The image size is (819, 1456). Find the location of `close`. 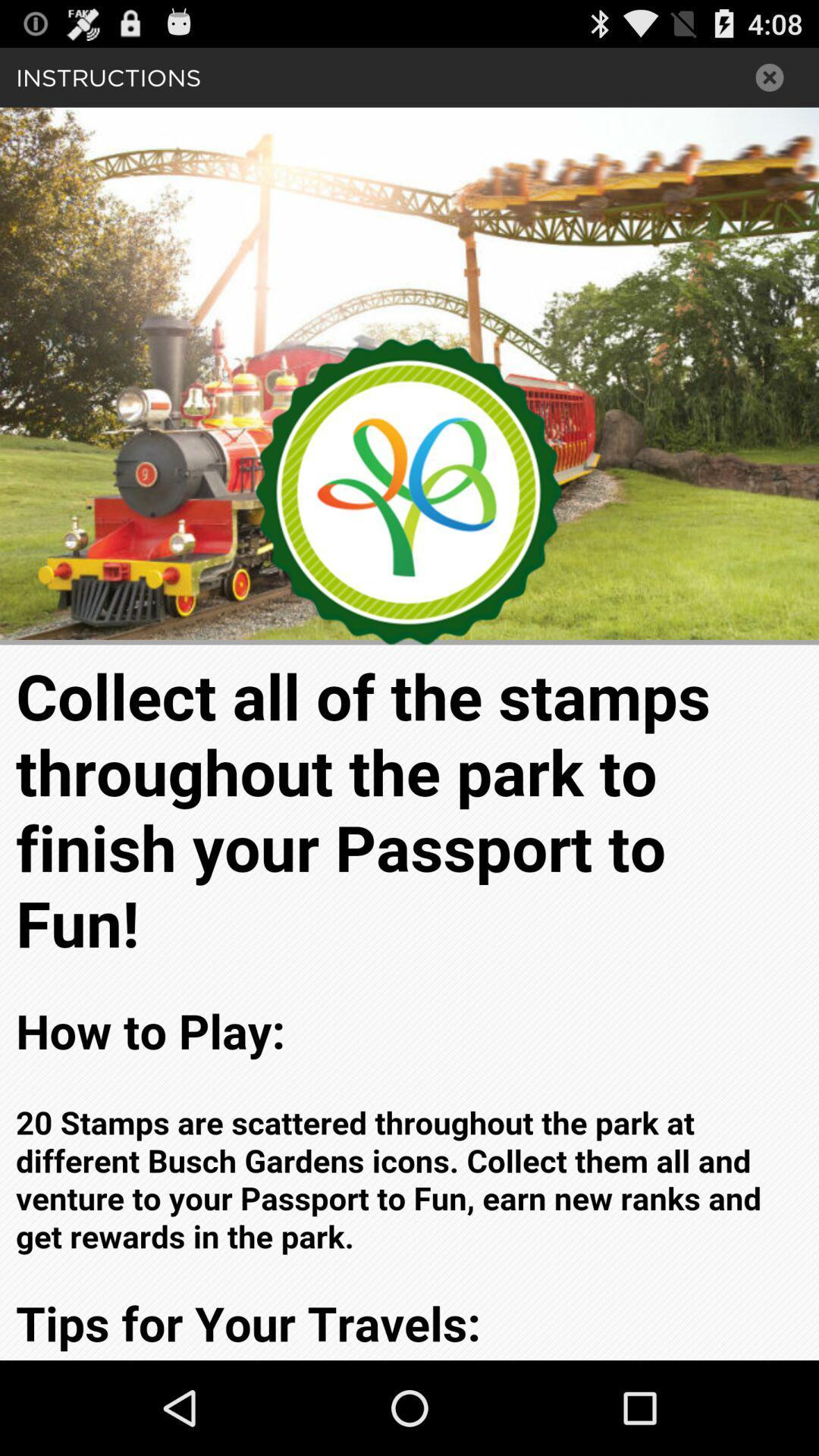

close is located at coordinates (770, 77).